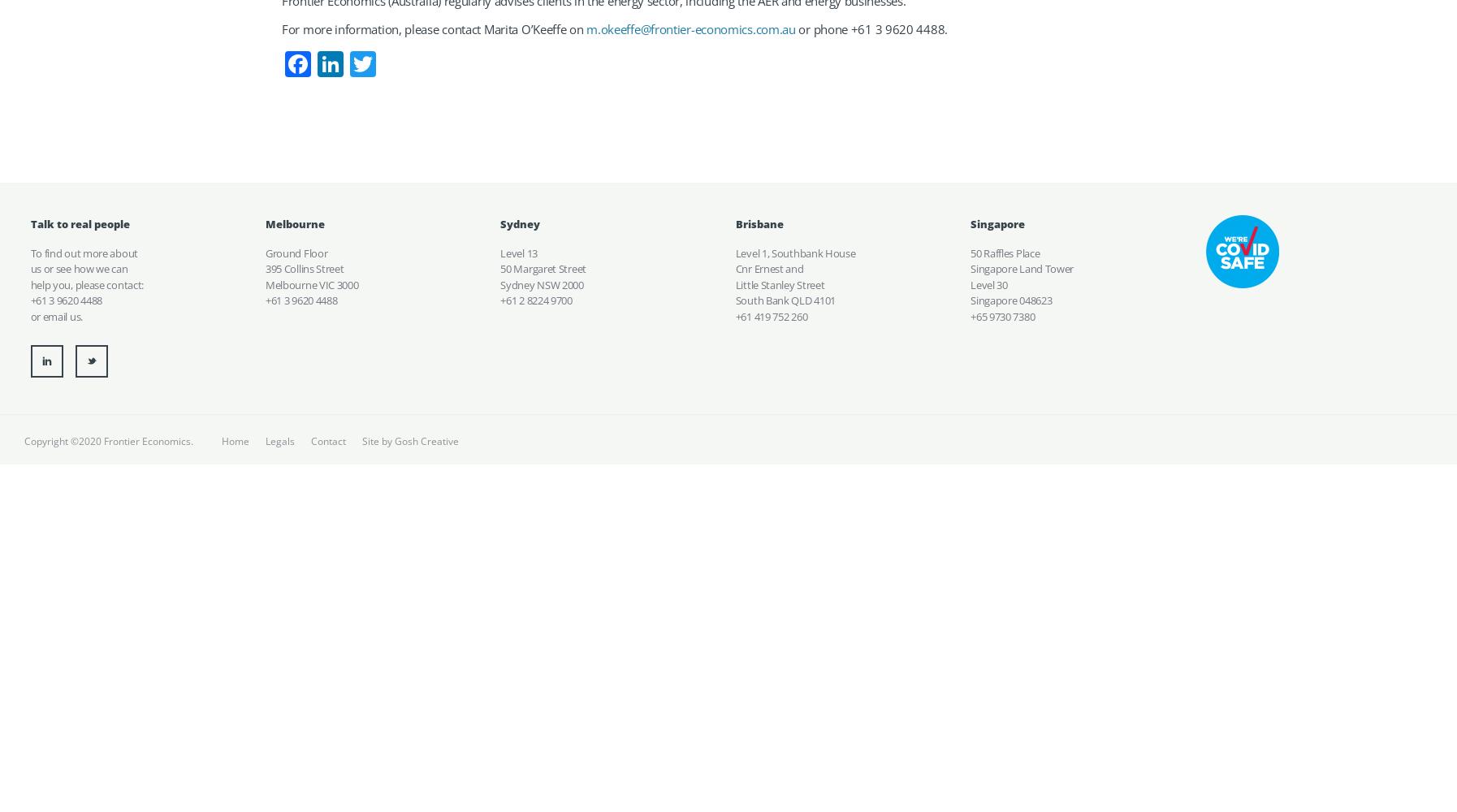 The height and width of the screenshot is (812, 1457). I want to click on 'help you, please contact:', so click(85, 283).